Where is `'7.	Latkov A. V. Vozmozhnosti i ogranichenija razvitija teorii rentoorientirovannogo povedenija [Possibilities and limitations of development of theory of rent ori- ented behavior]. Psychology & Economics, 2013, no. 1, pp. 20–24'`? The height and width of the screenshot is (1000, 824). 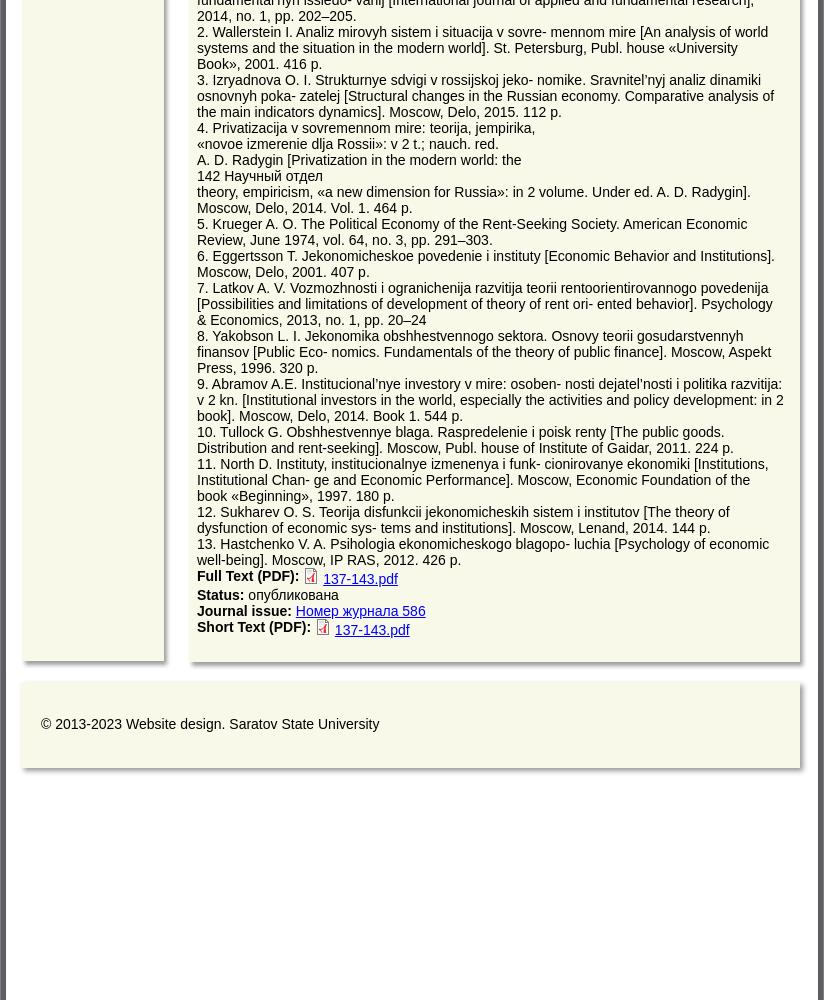
'7.	Latkov A. V. Vozmozhnosti i ogranichenija razvitija teorii rentoorientirovannogo povedenija [Possibilities and limitations of development of theory of rent ori- ented behavior]. Psychology & Economics, 2013, no. 1, pp. 20–24' is located at coordinates (483, 304).